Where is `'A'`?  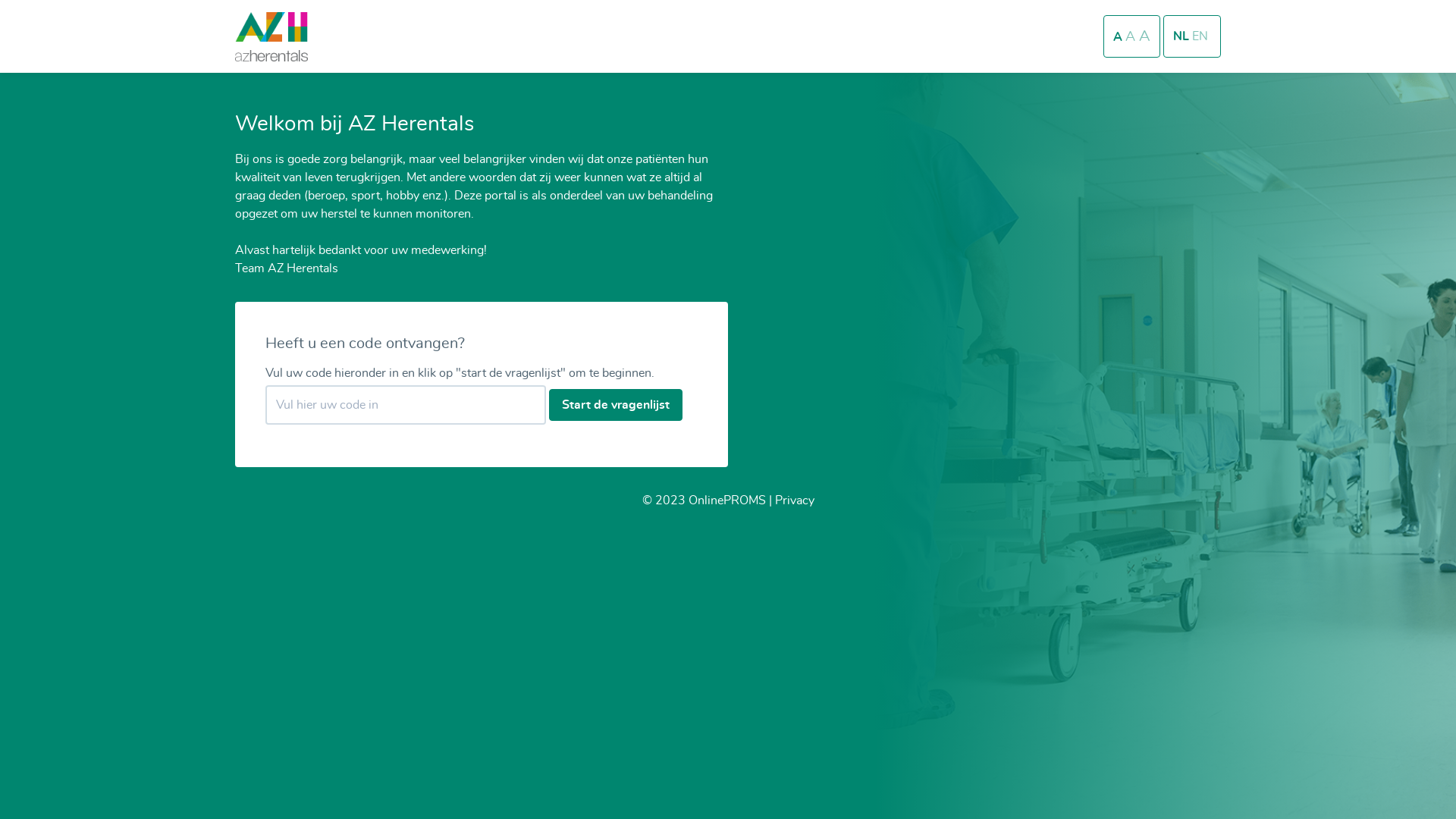 'A' is located at coordinates (1125, 36).